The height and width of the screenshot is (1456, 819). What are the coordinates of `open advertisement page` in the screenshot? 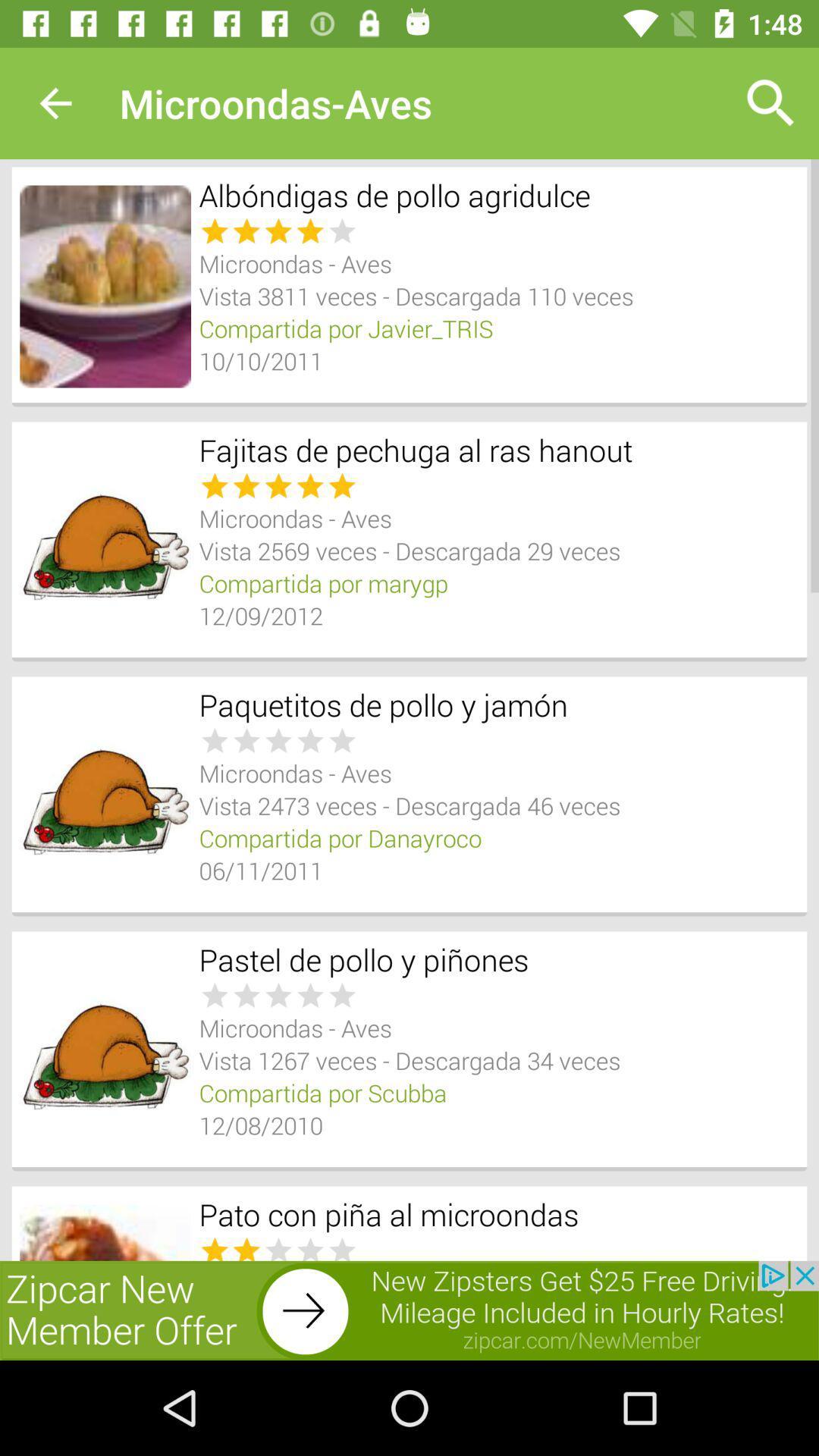 It's located at (409, 1310).